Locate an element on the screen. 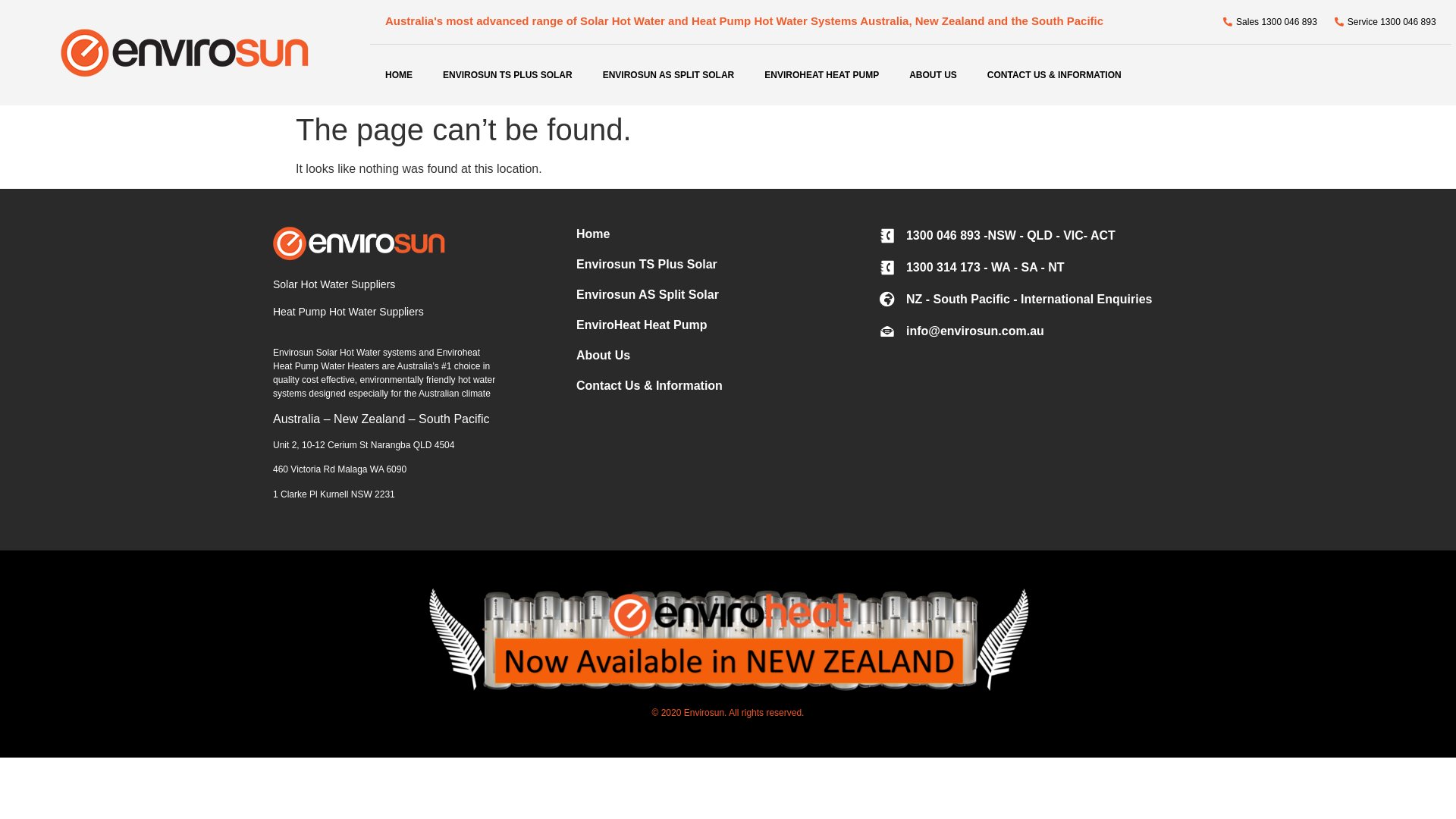  '1300 046 893 -NSW - QLD - VIC- ACT' is located at coordinates (1031, 236).